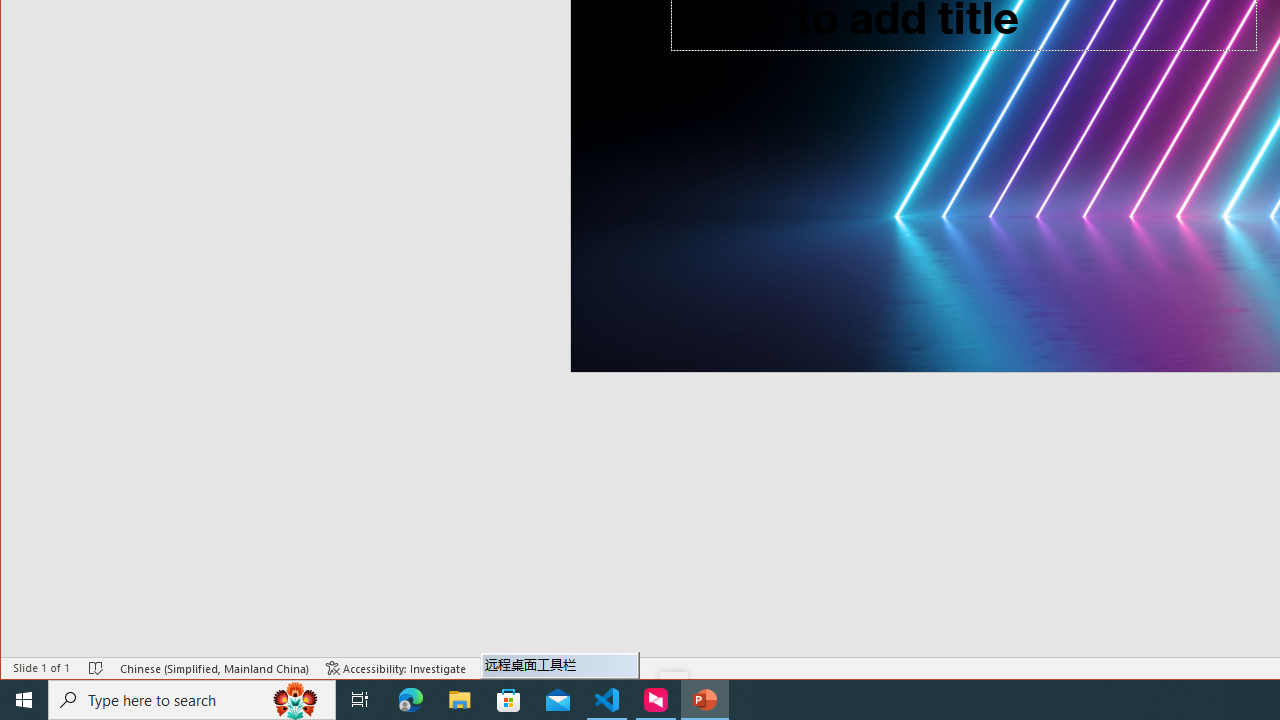  Describe the element at coordinates (410, 698) in the screenshot. I see `'Microsoft Edge'` at that location.